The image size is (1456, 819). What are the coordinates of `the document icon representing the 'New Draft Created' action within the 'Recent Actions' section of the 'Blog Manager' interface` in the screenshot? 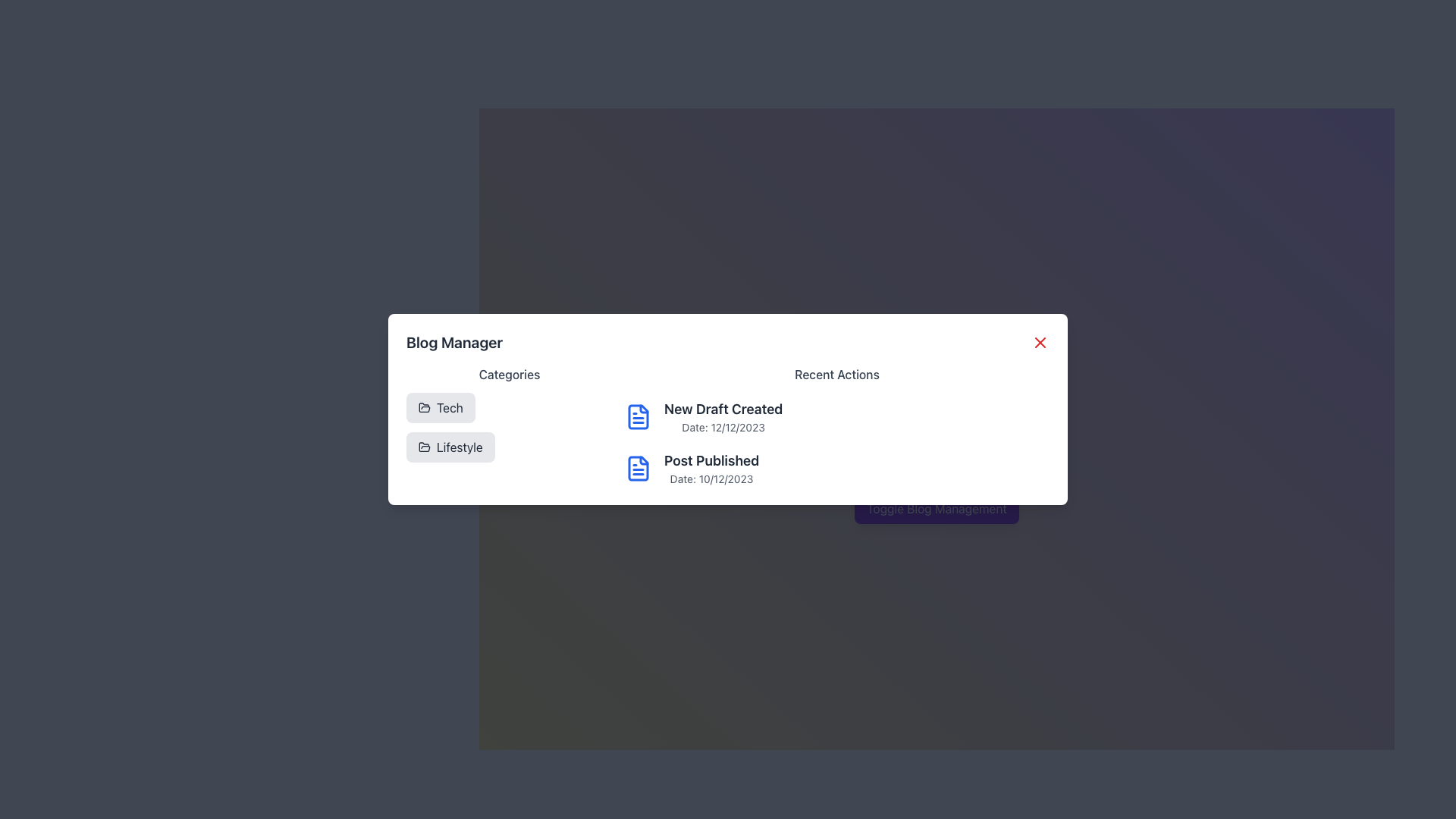 It's located at (638, 417).